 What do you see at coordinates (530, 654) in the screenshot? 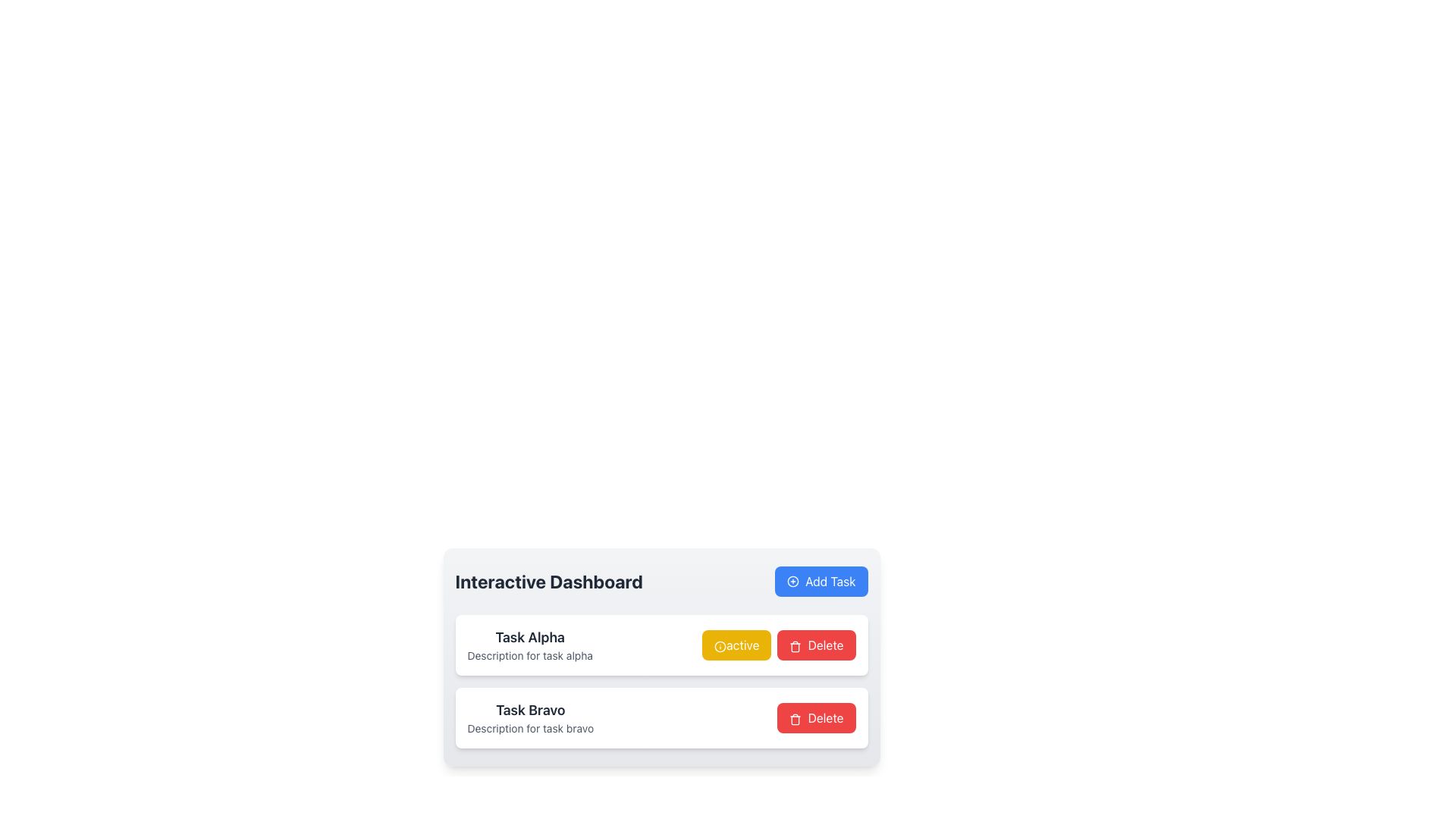
I see `static text label providing additional information about 'Task Alpha', located beneath the main task header within the task card` at bounding box center [530, 654].